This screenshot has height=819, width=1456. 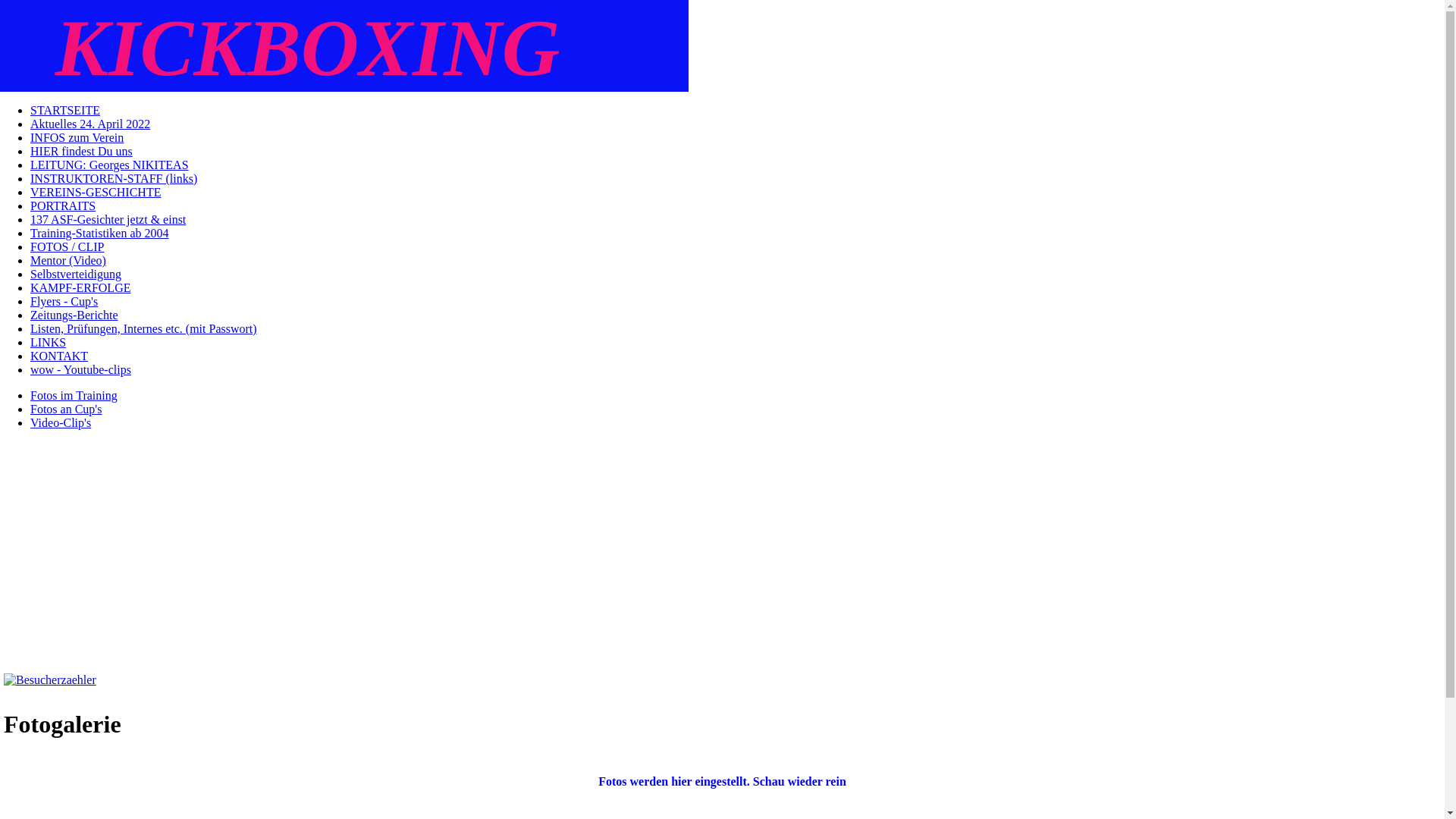 I want to click on 'KAMPF-ERFOLGE', so click(x=79, y=287).